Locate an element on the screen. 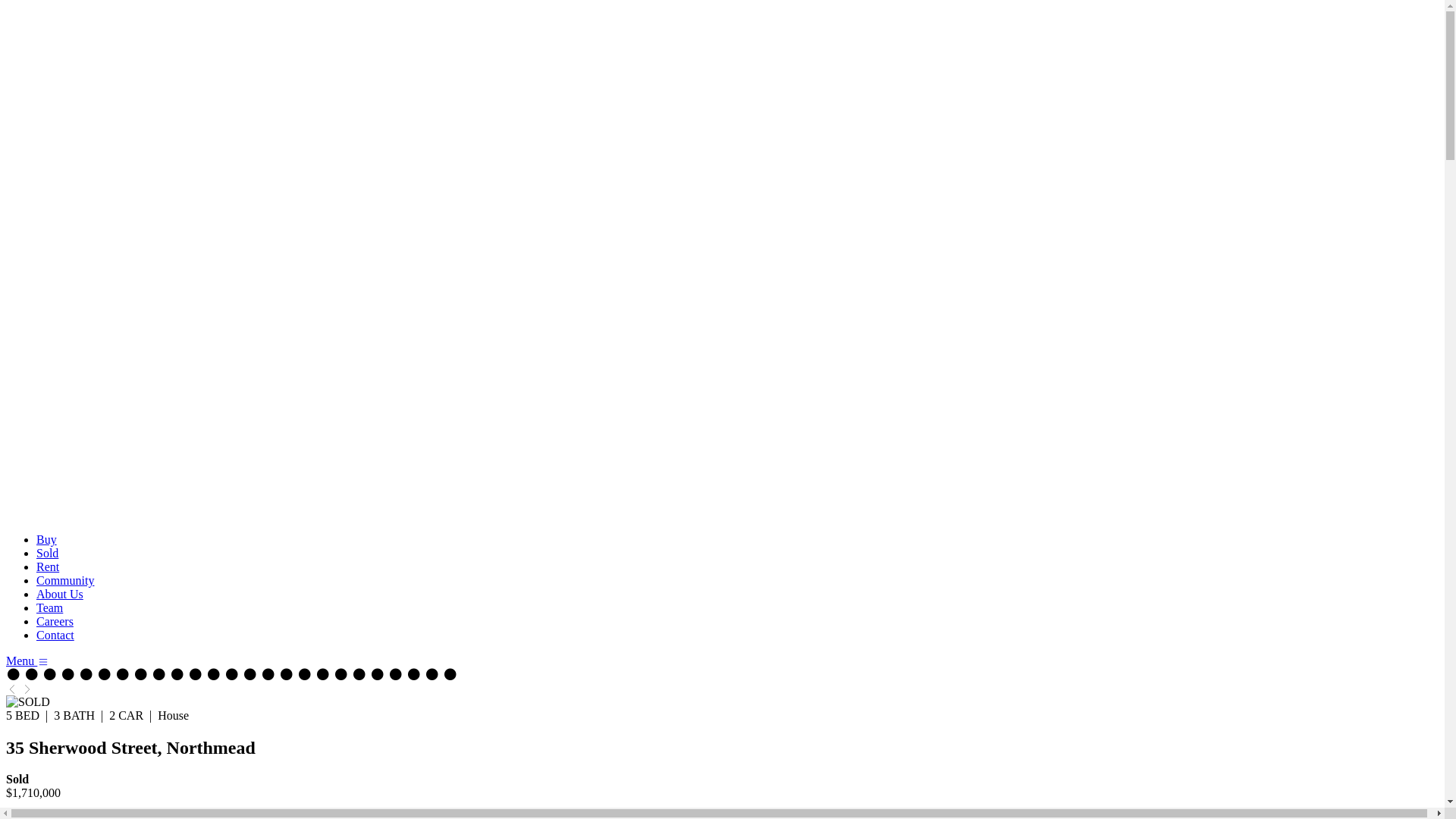 Image resolution: width=1456 pixels, height=819 pixels. 'Contact' is located at coordinates (55, 635).